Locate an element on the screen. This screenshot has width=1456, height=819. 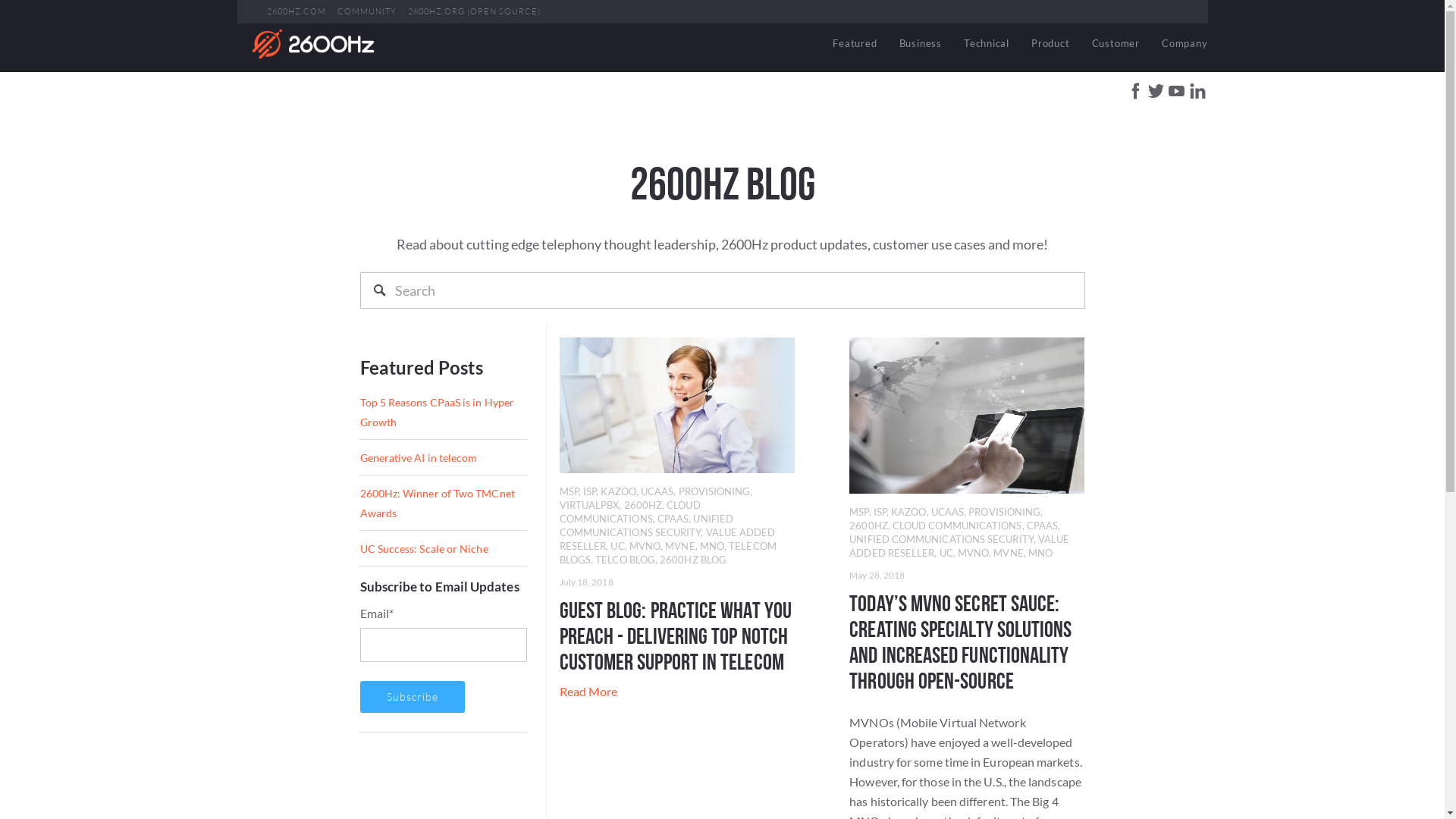
'MNO' is located at coordinates (711, 546).